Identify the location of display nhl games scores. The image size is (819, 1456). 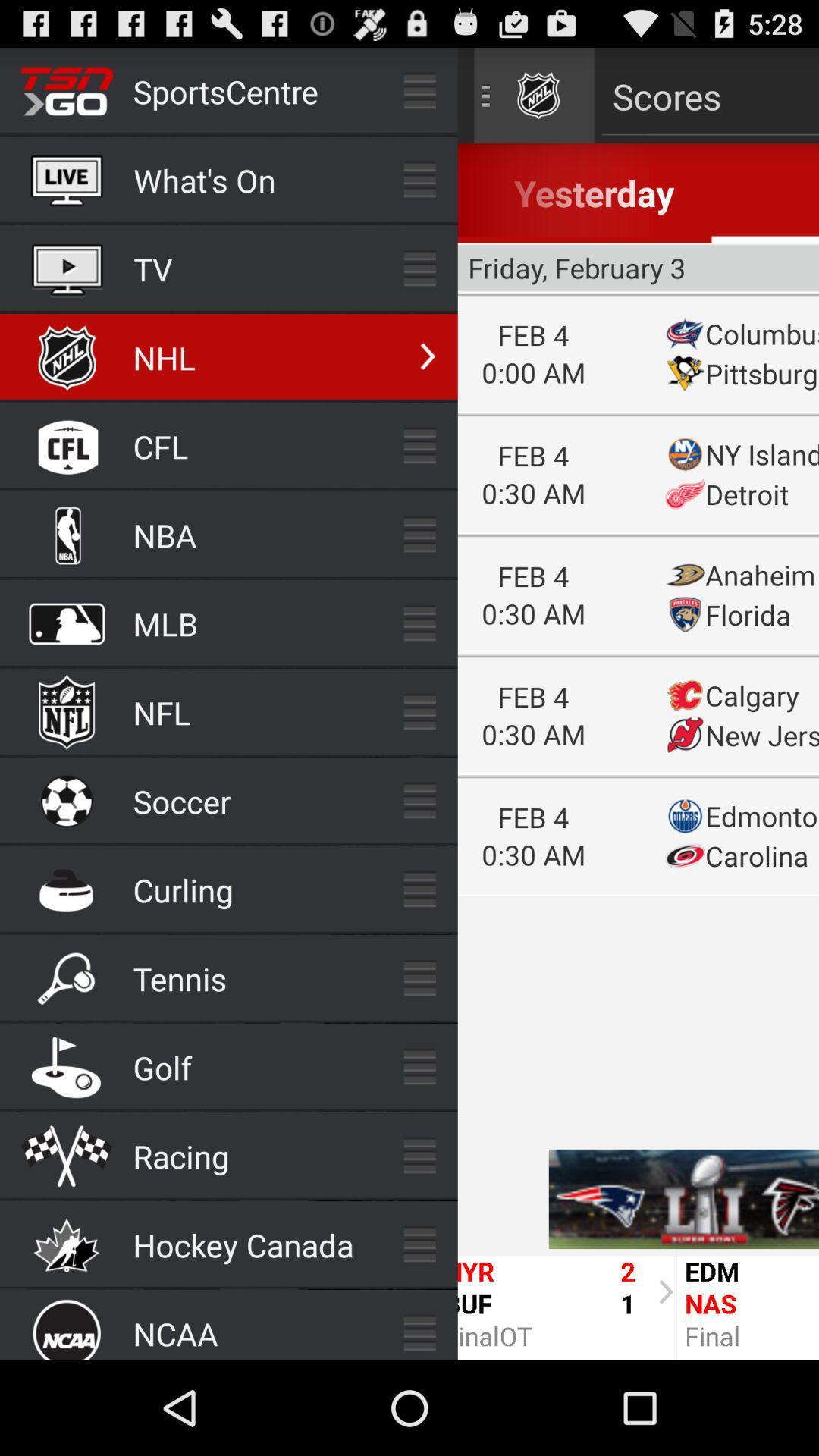
(638, 703).